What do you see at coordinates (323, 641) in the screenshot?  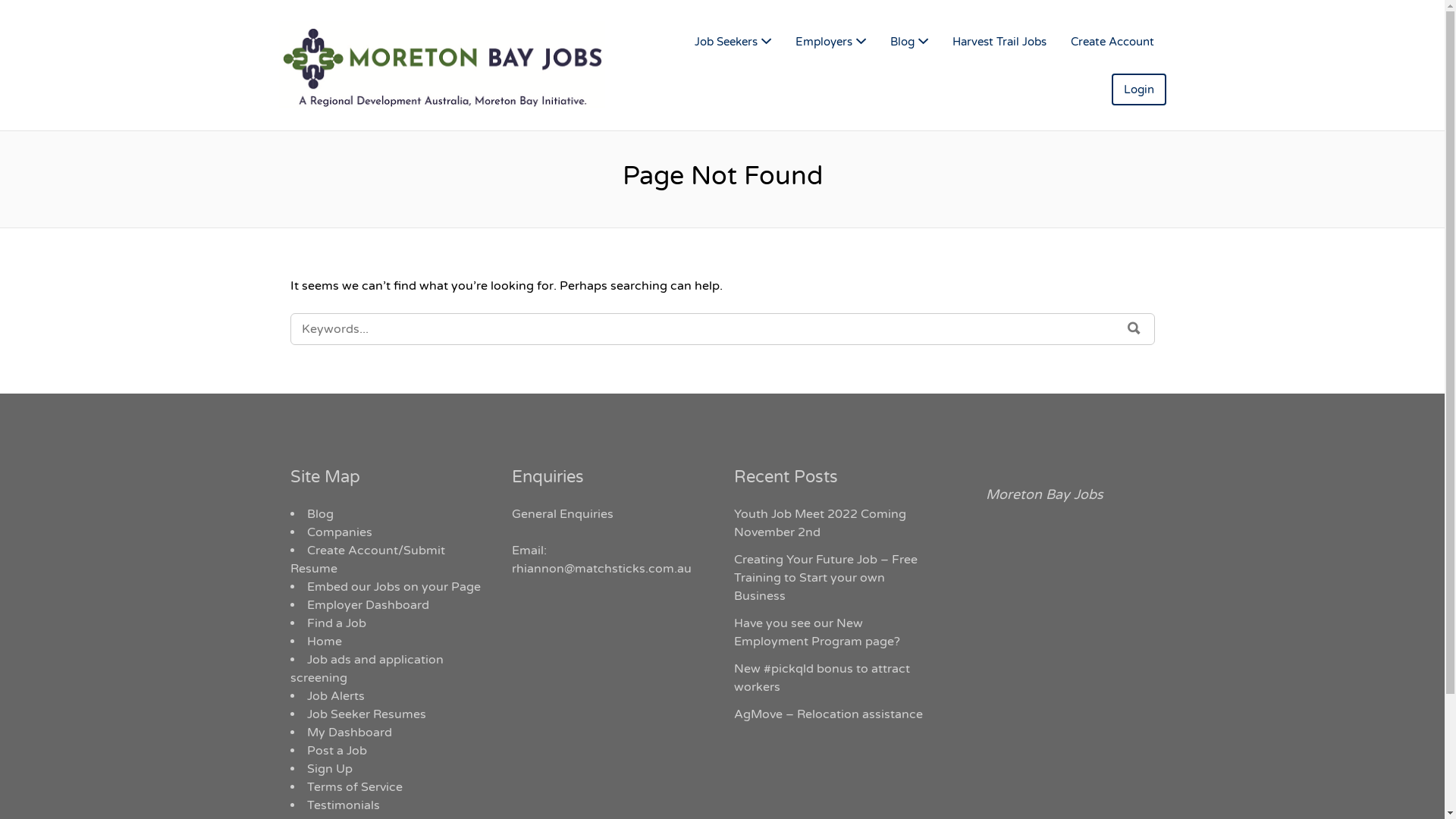 I see `'Home'` at bounding box center [323, 641].